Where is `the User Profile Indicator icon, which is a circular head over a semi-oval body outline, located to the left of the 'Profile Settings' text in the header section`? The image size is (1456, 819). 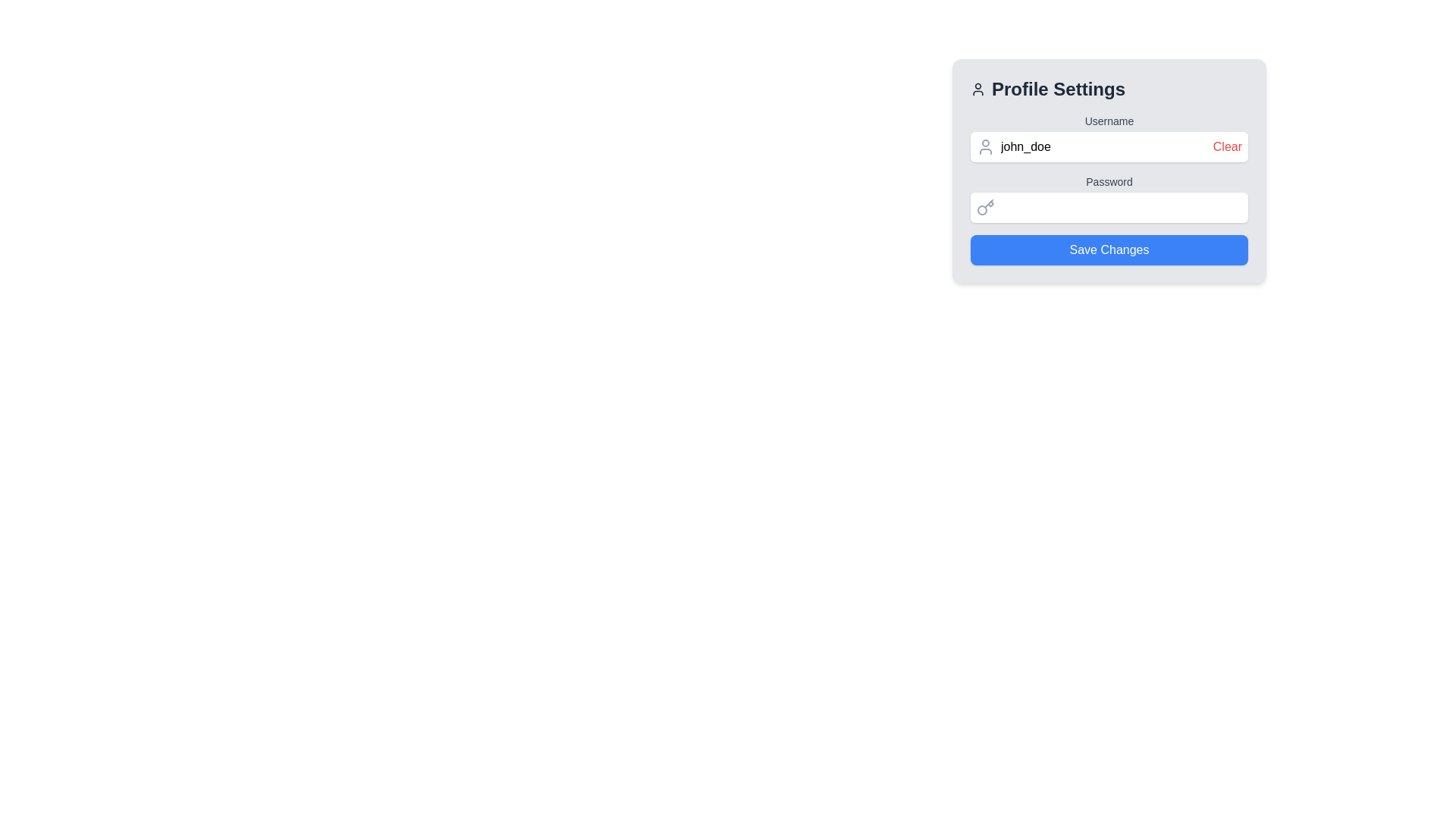
the User Profile Indicator icon, which is a circular head over a semi-oval body outline, located to the left of the 'Profile Settings' text in the header section is located at coordinates (978, 89).